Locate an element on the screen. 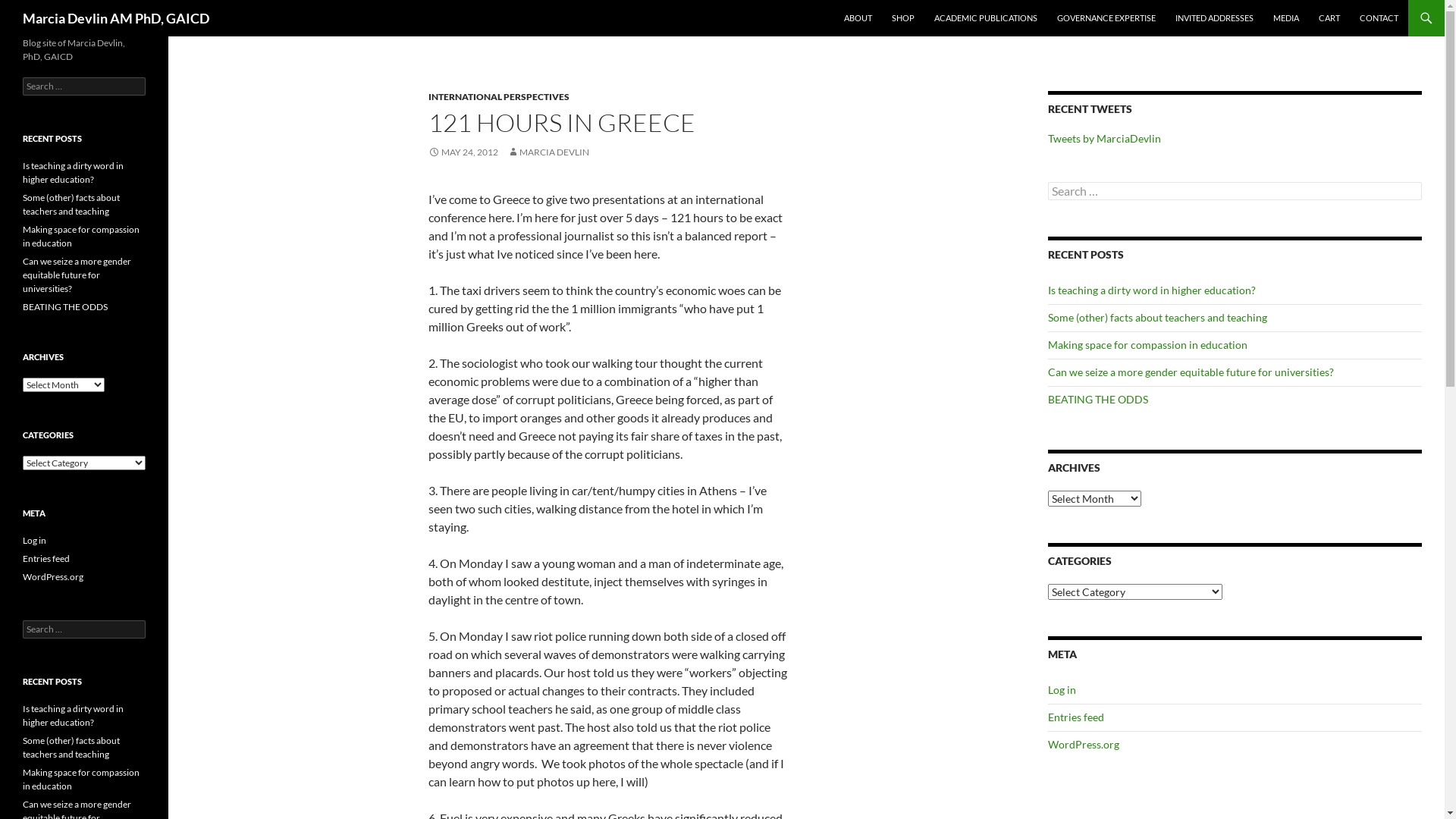 The image size is (1456, 819). 'Tweets by MarciaDevlin' is located at coordinates (1047, 138).